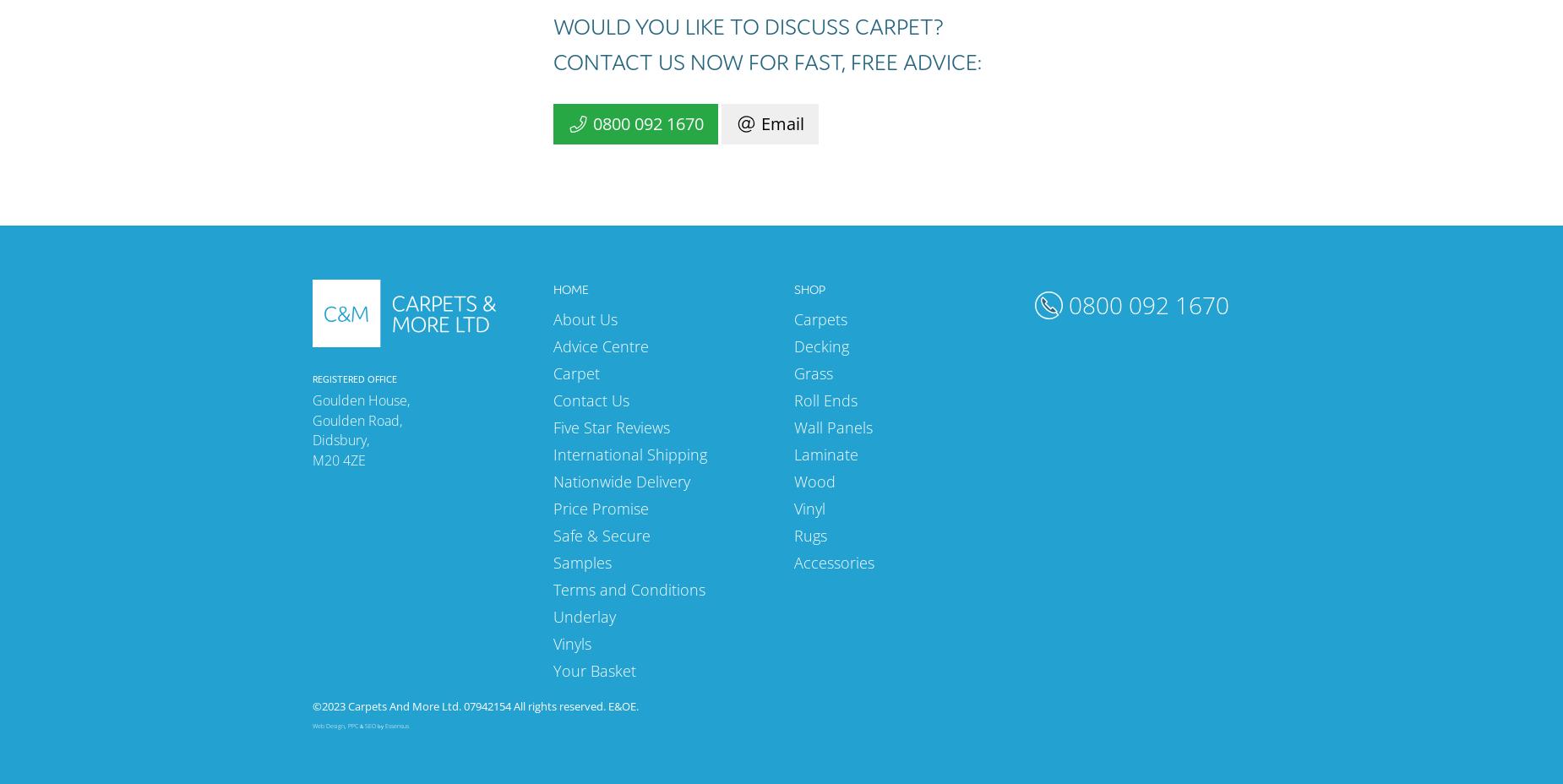  What do you see at coordinates (475, 705) in the screenshot?
I see `'©2023 Carpets And More Ltd. 07942154 All rights reserved. E&OE.'` at bounding box center [475, 705].